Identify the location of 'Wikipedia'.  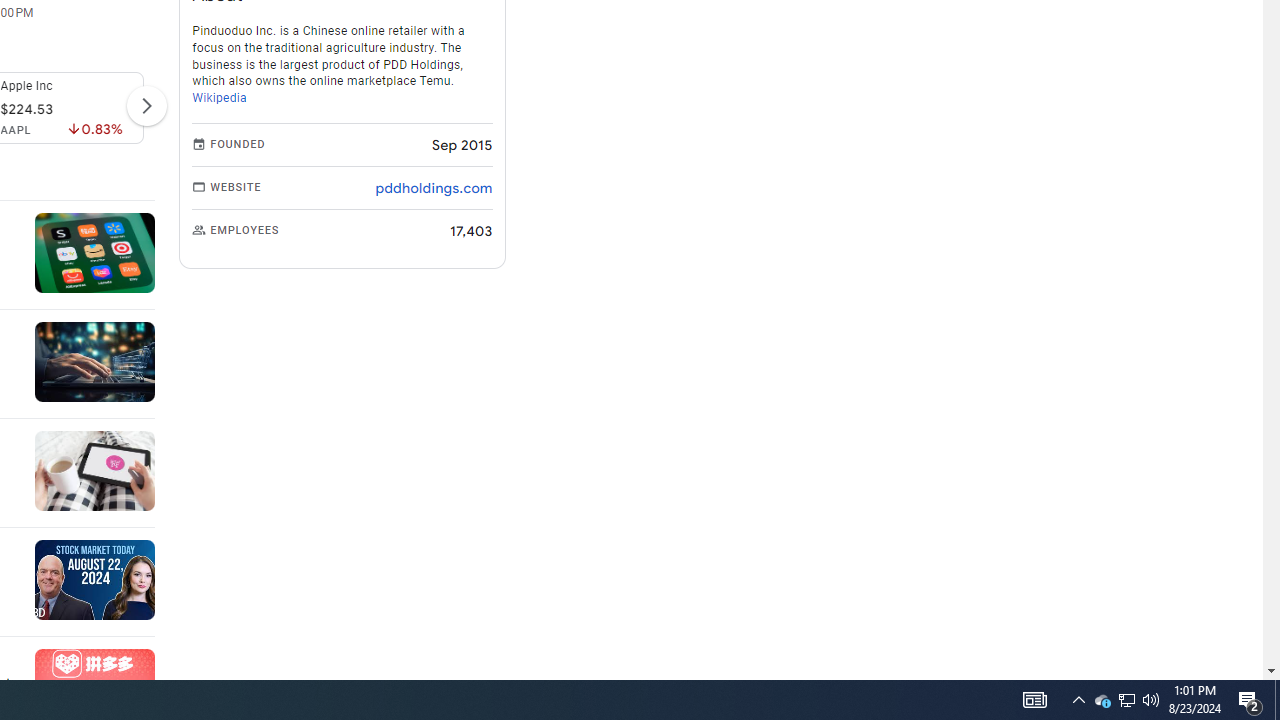
(219, 98).